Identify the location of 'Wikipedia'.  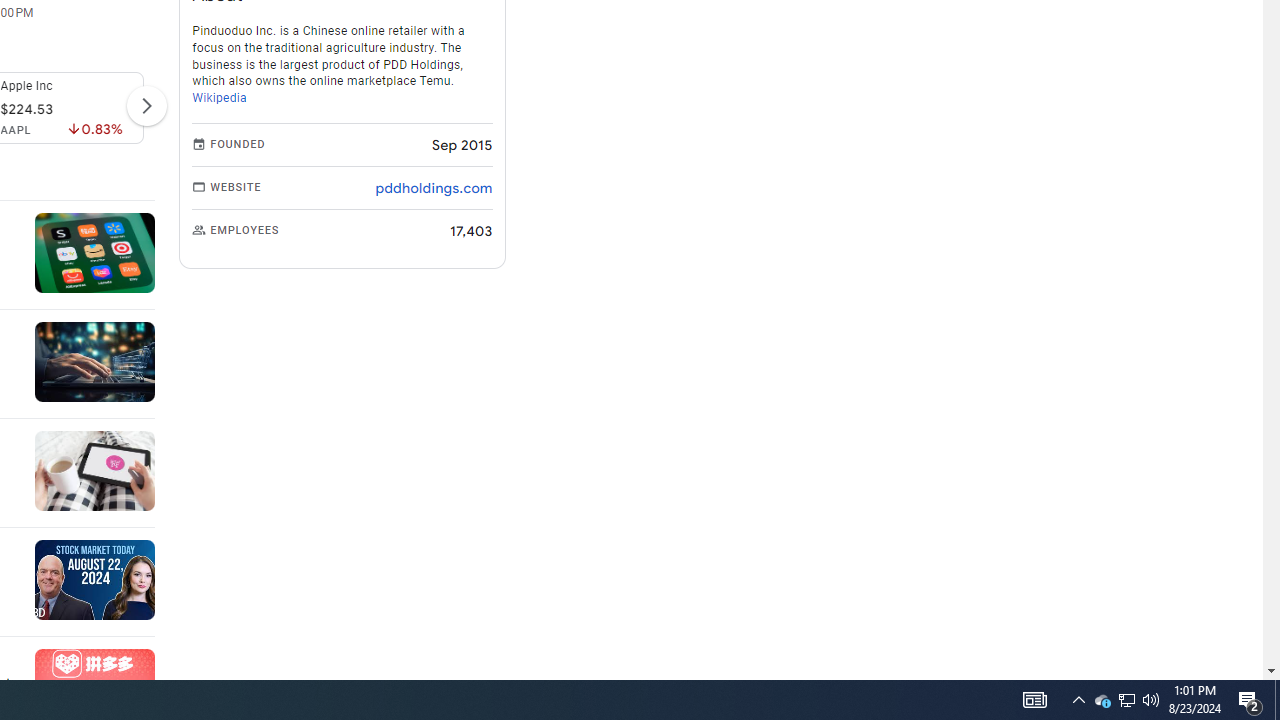
(219, 98).